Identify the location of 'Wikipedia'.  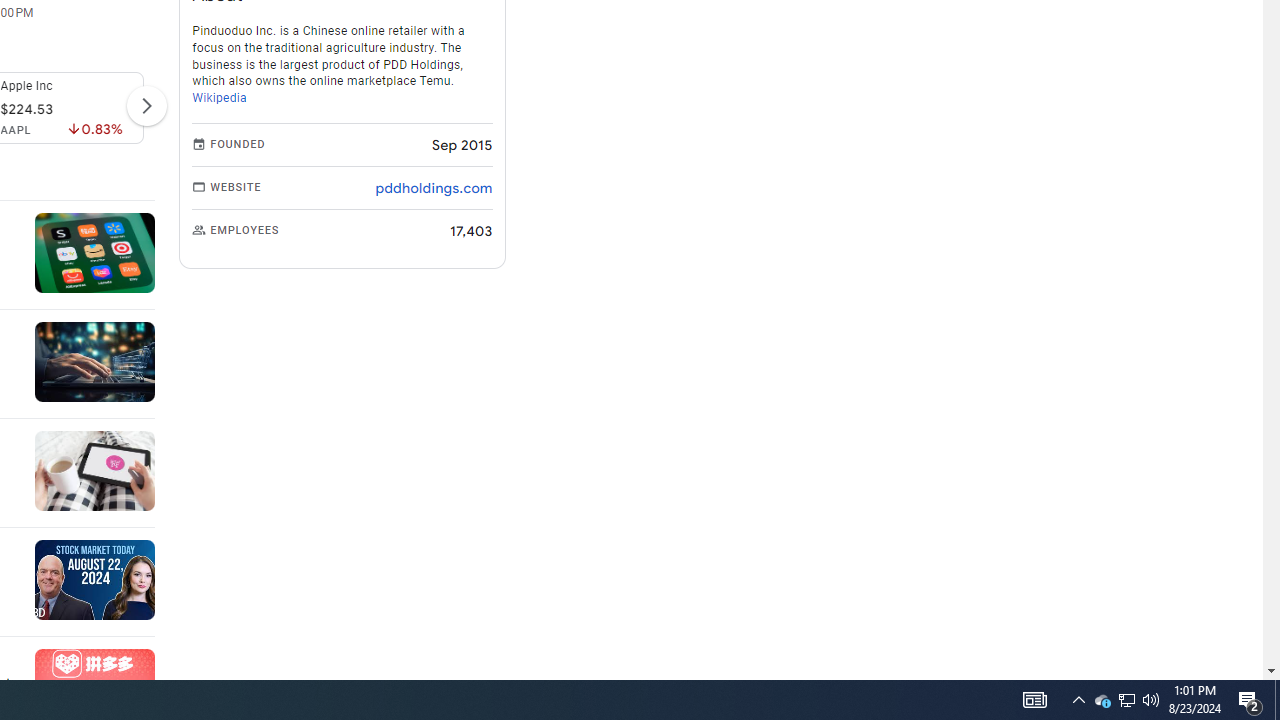
(219, 98).